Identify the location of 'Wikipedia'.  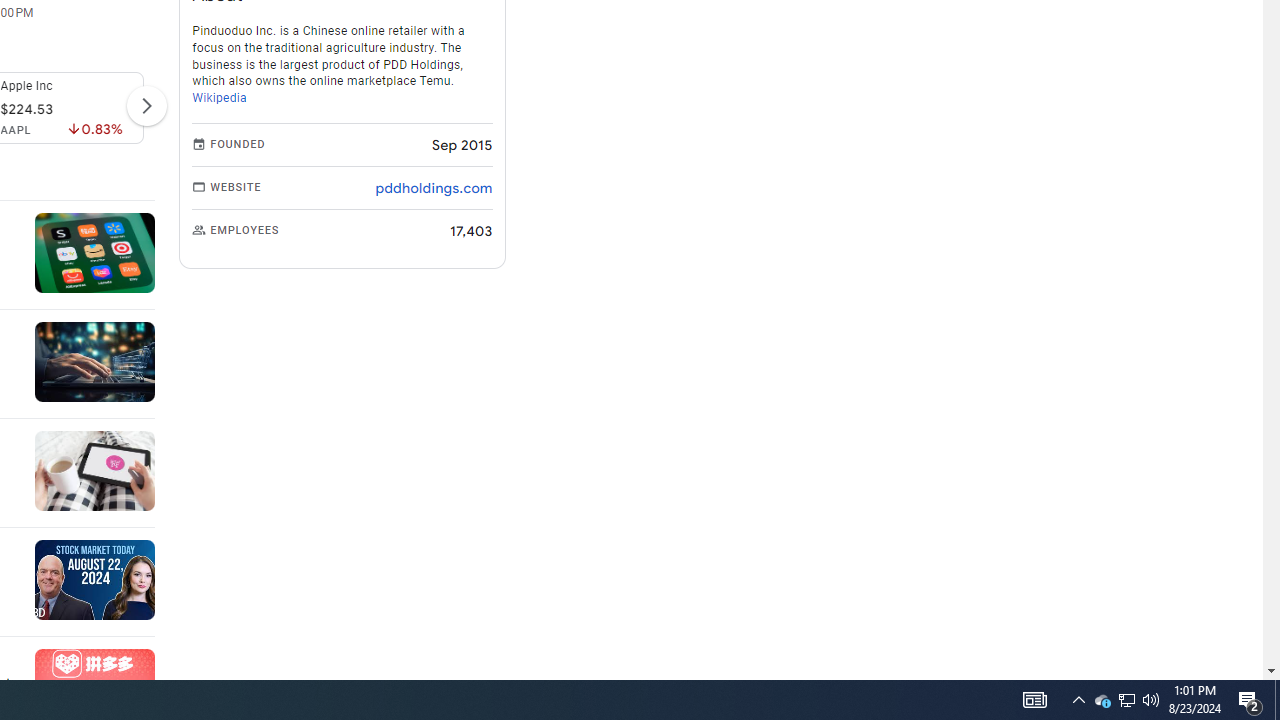
(219, 98).